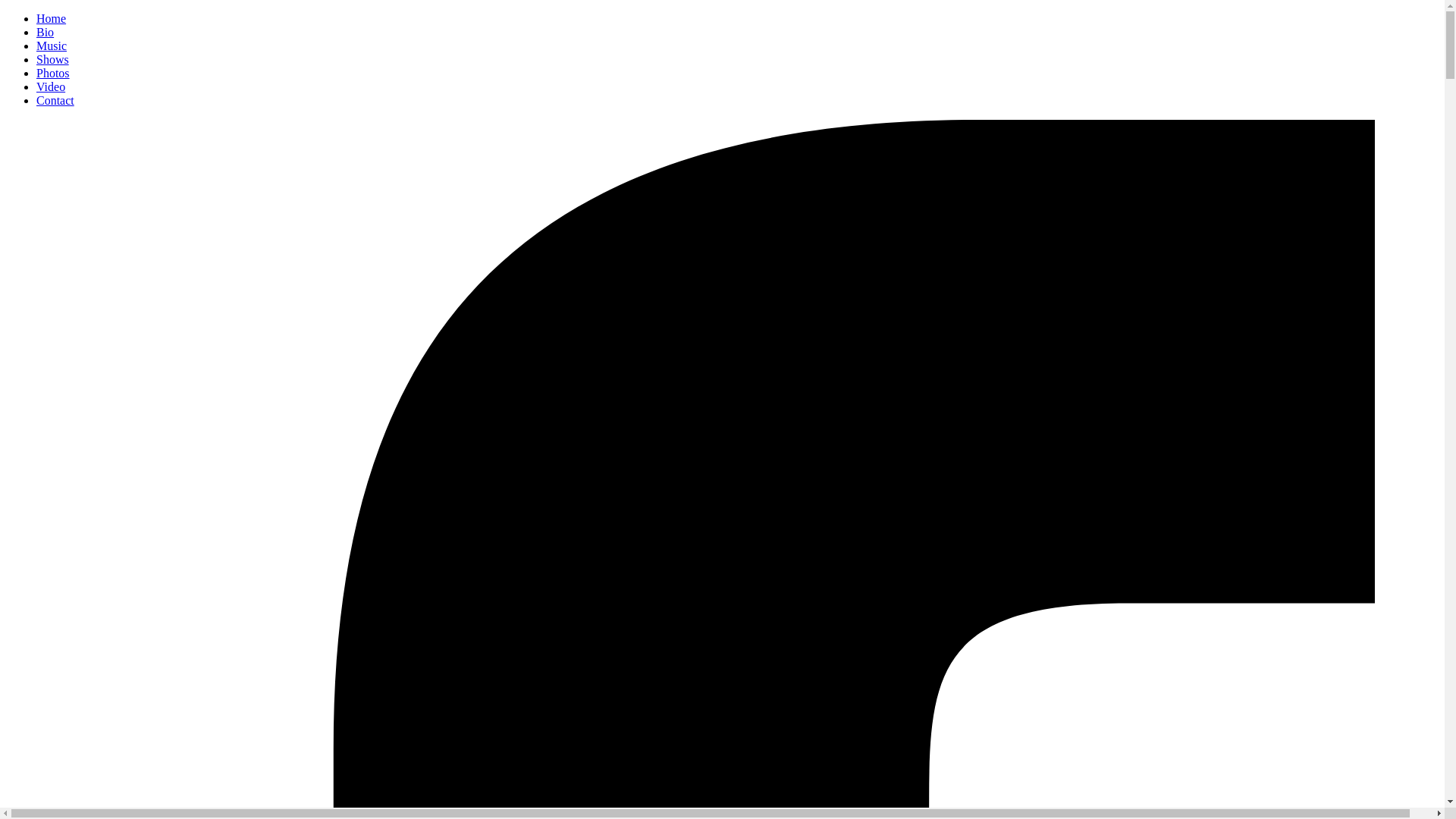 Image resolution: width=1456 pixels, height=819 pixels. I want to click on 'Music', so click(51, 45).